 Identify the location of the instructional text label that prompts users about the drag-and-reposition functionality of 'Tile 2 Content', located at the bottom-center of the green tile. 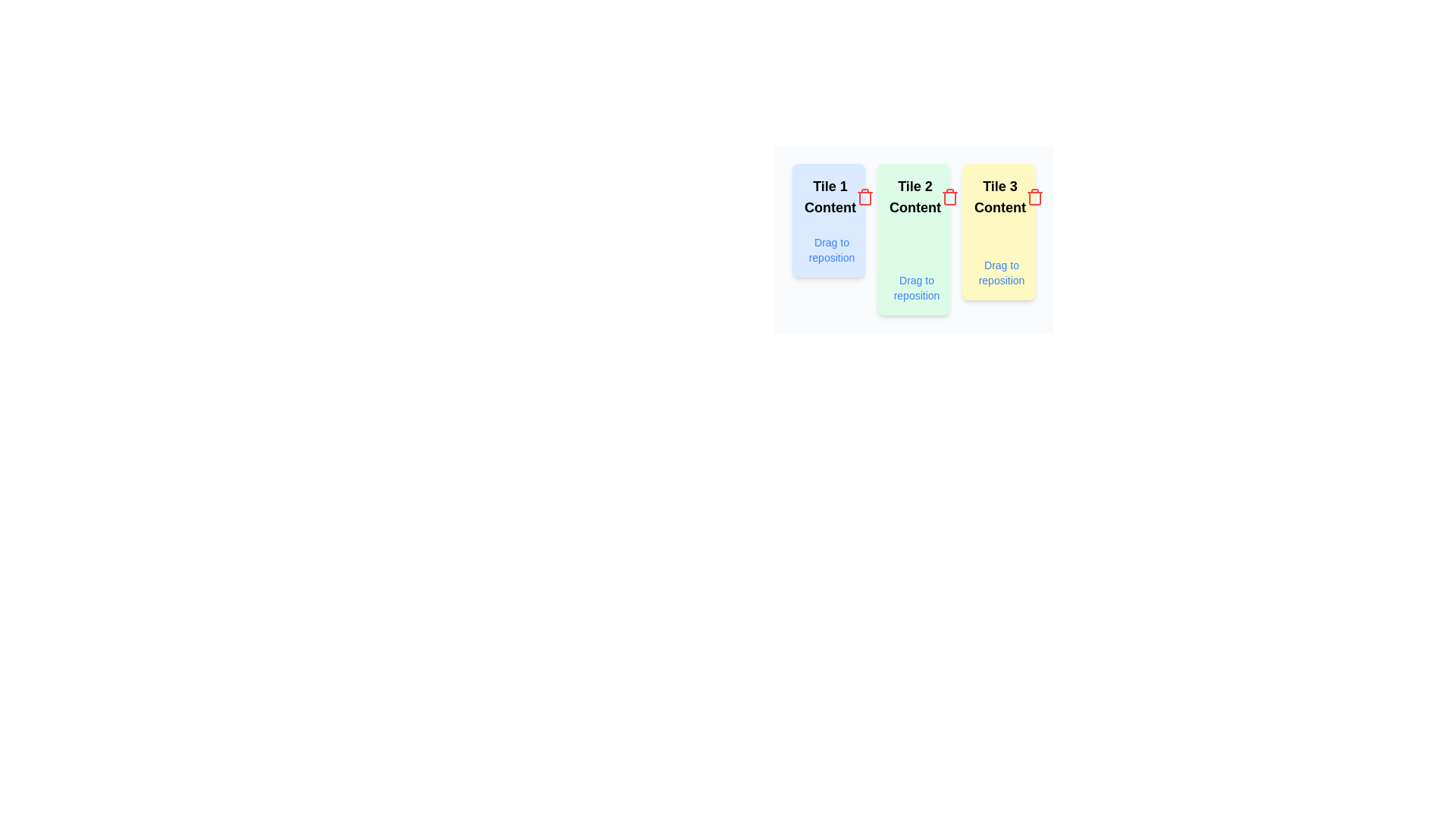
(916, 288).